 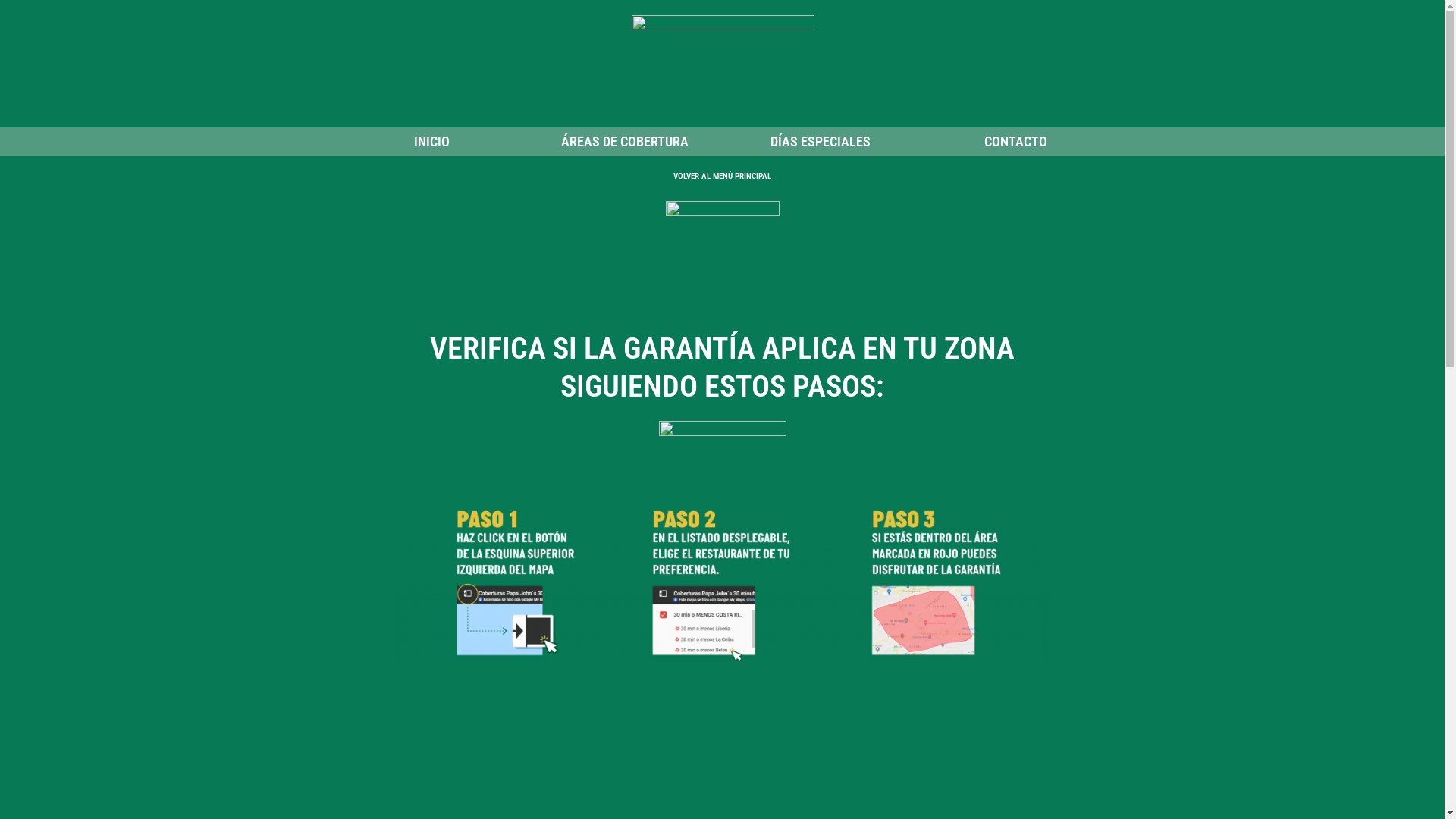 I want to click on 'CONTACTO', so click(x=1015, y=141).